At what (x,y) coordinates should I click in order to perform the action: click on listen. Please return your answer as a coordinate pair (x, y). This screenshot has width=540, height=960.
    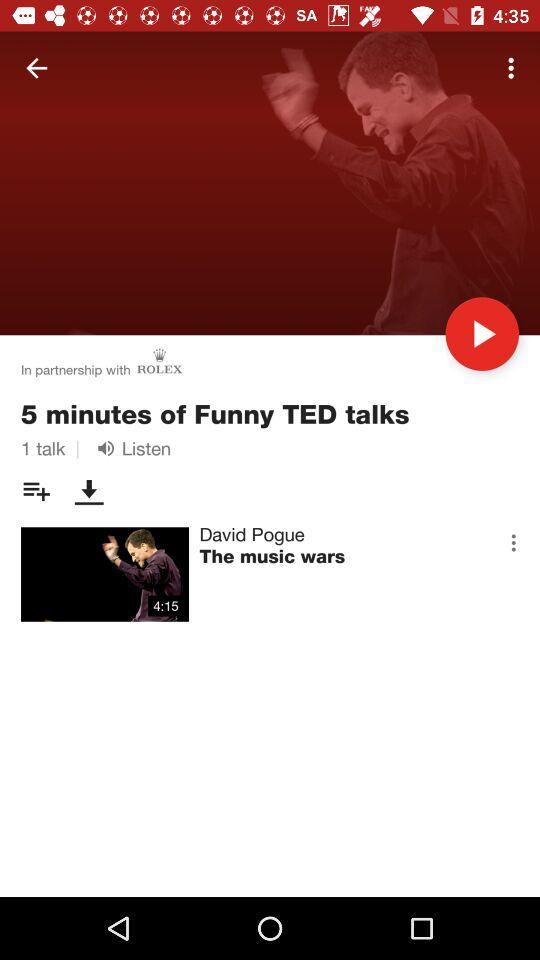
    Looking at the image, I should click on (130, 448).